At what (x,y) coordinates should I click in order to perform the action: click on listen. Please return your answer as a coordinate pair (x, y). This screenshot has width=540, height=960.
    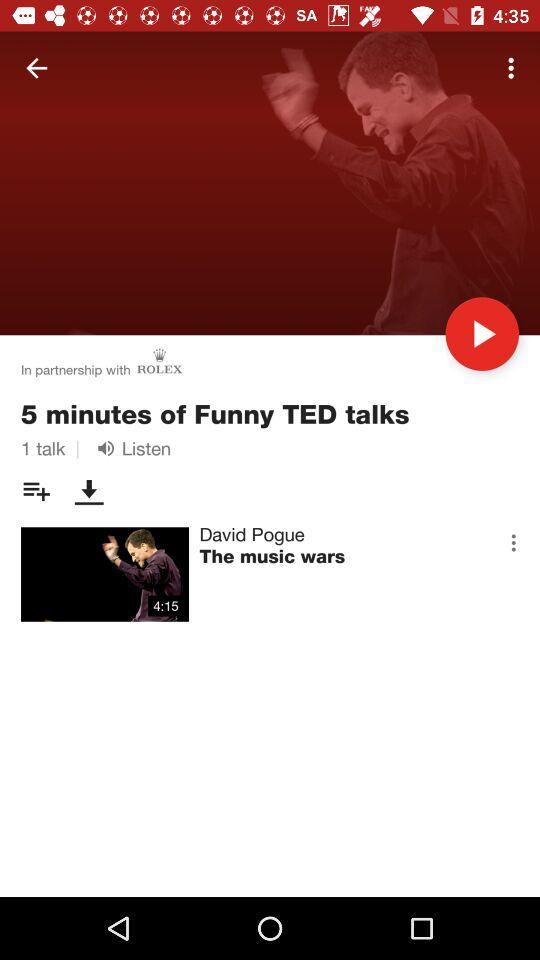
    Looking at the image, I should click on (130, 448).